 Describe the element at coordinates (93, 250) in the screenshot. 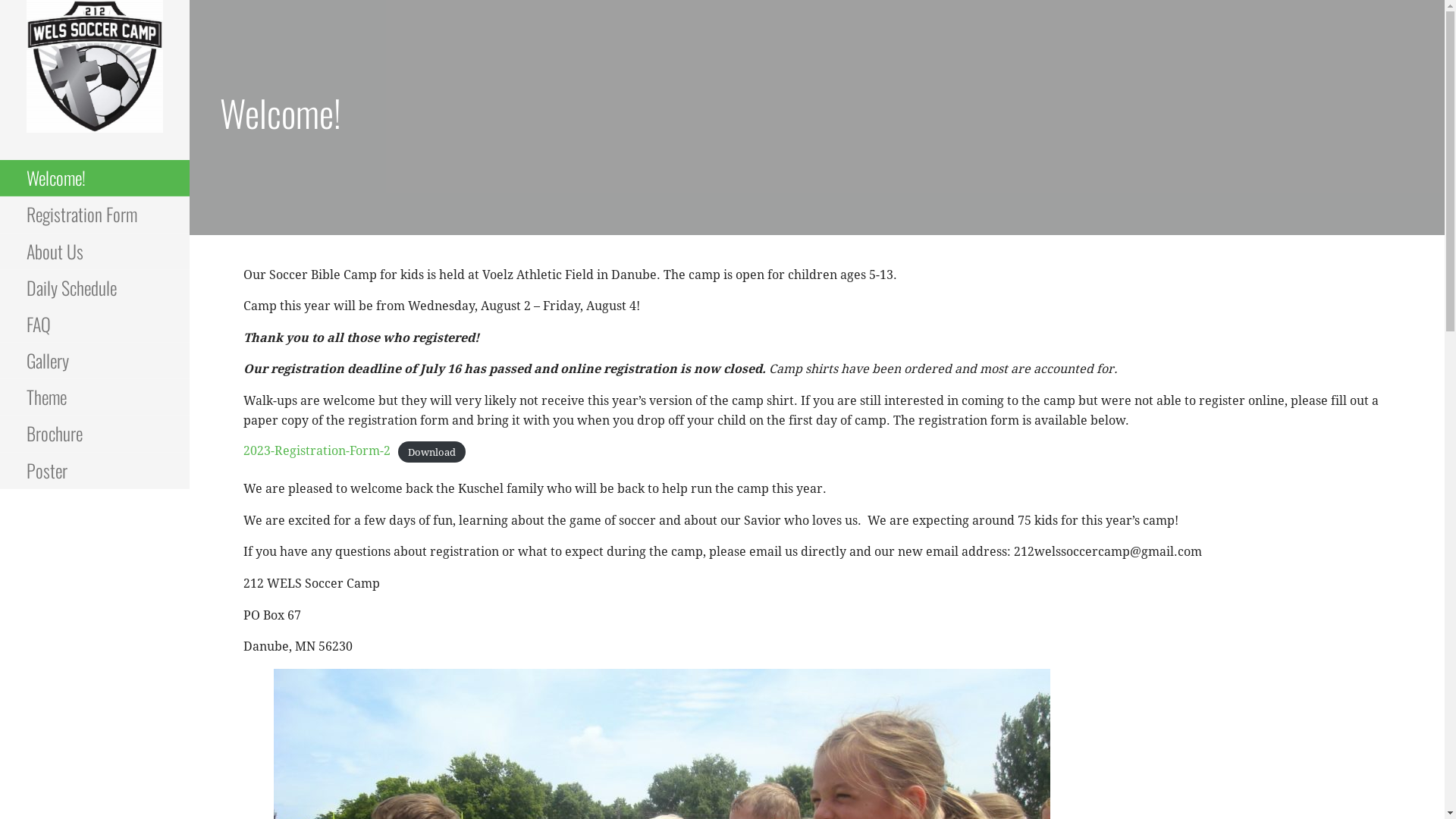

I see `'About Us'` at that location.